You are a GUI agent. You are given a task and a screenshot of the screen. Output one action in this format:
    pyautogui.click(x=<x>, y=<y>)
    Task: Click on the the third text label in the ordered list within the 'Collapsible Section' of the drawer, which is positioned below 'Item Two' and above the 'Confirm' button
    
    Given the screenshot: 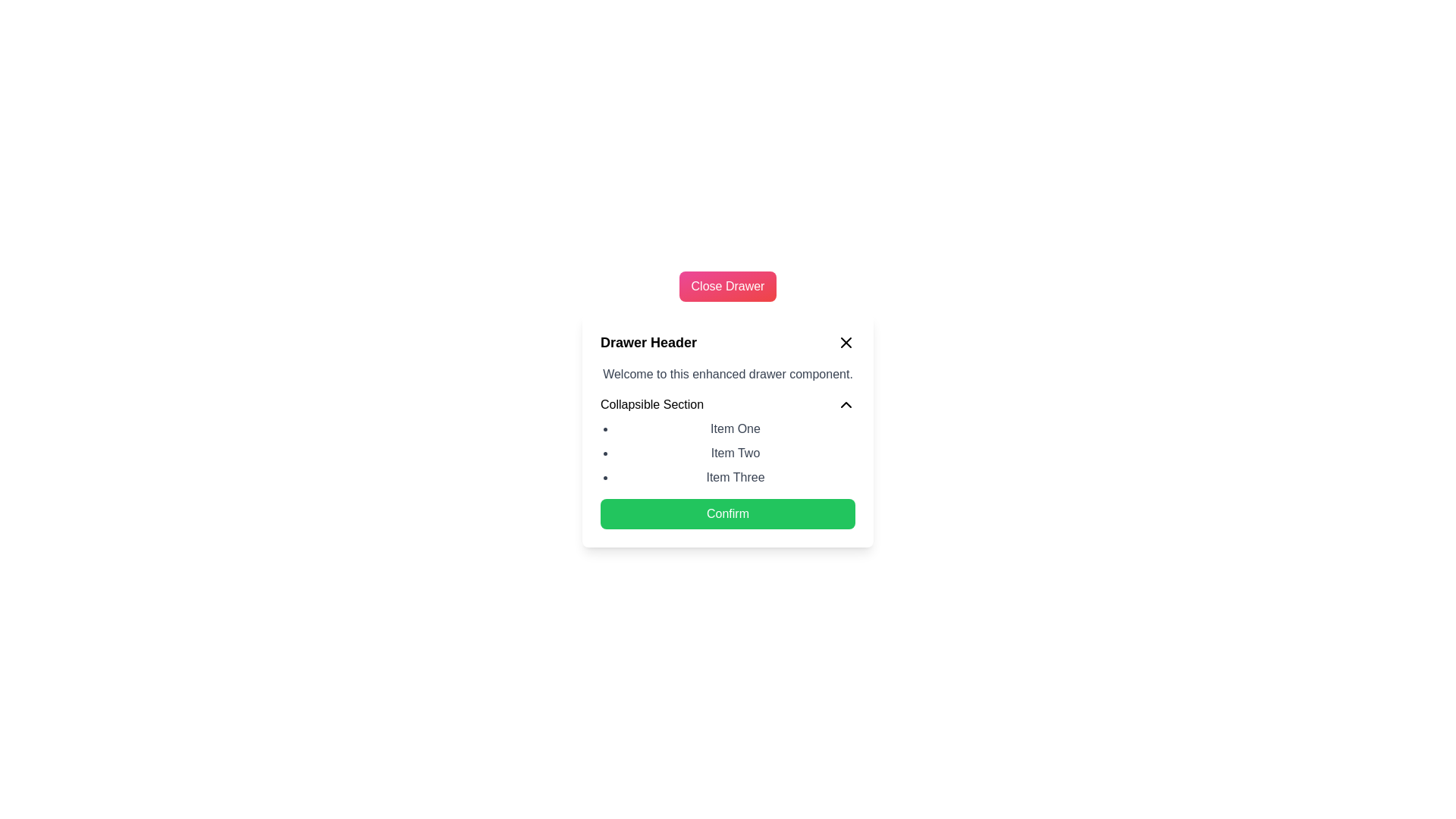 What is the action you would take?
    pyautogui.click(x=735, y=476)
    